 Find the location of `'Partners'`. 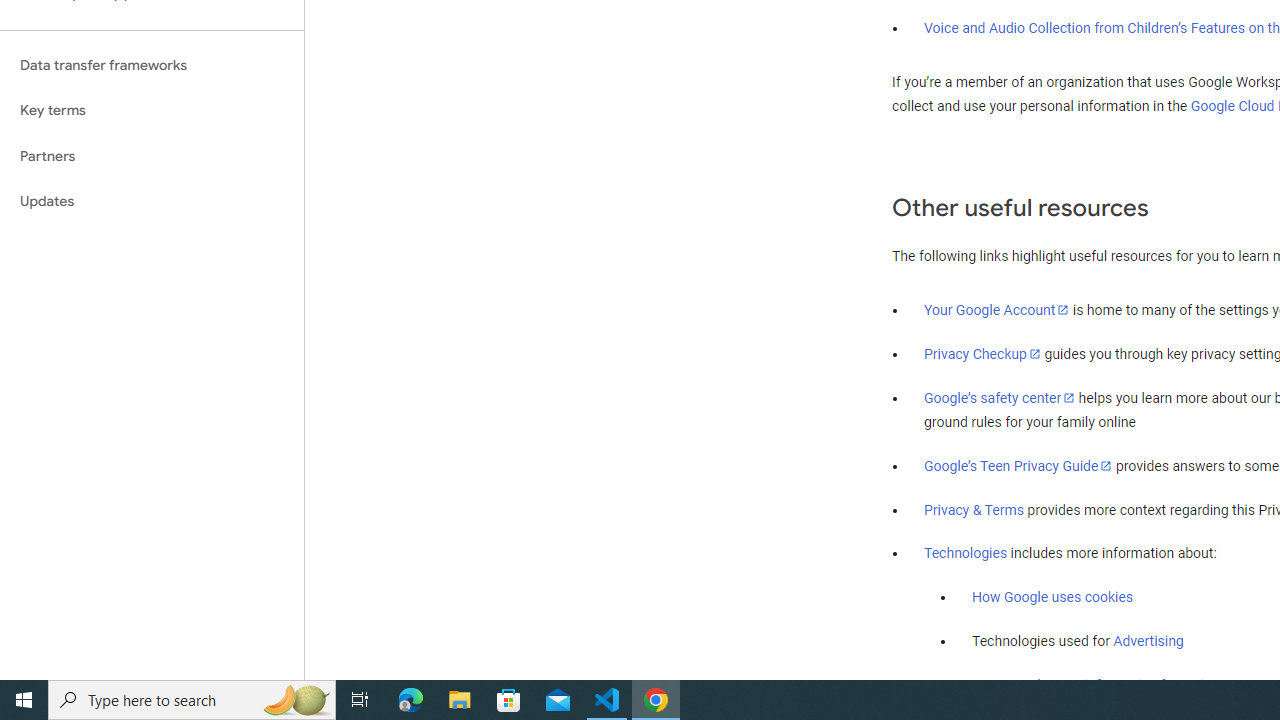

'Partners' is located at coordinates (151, 155).